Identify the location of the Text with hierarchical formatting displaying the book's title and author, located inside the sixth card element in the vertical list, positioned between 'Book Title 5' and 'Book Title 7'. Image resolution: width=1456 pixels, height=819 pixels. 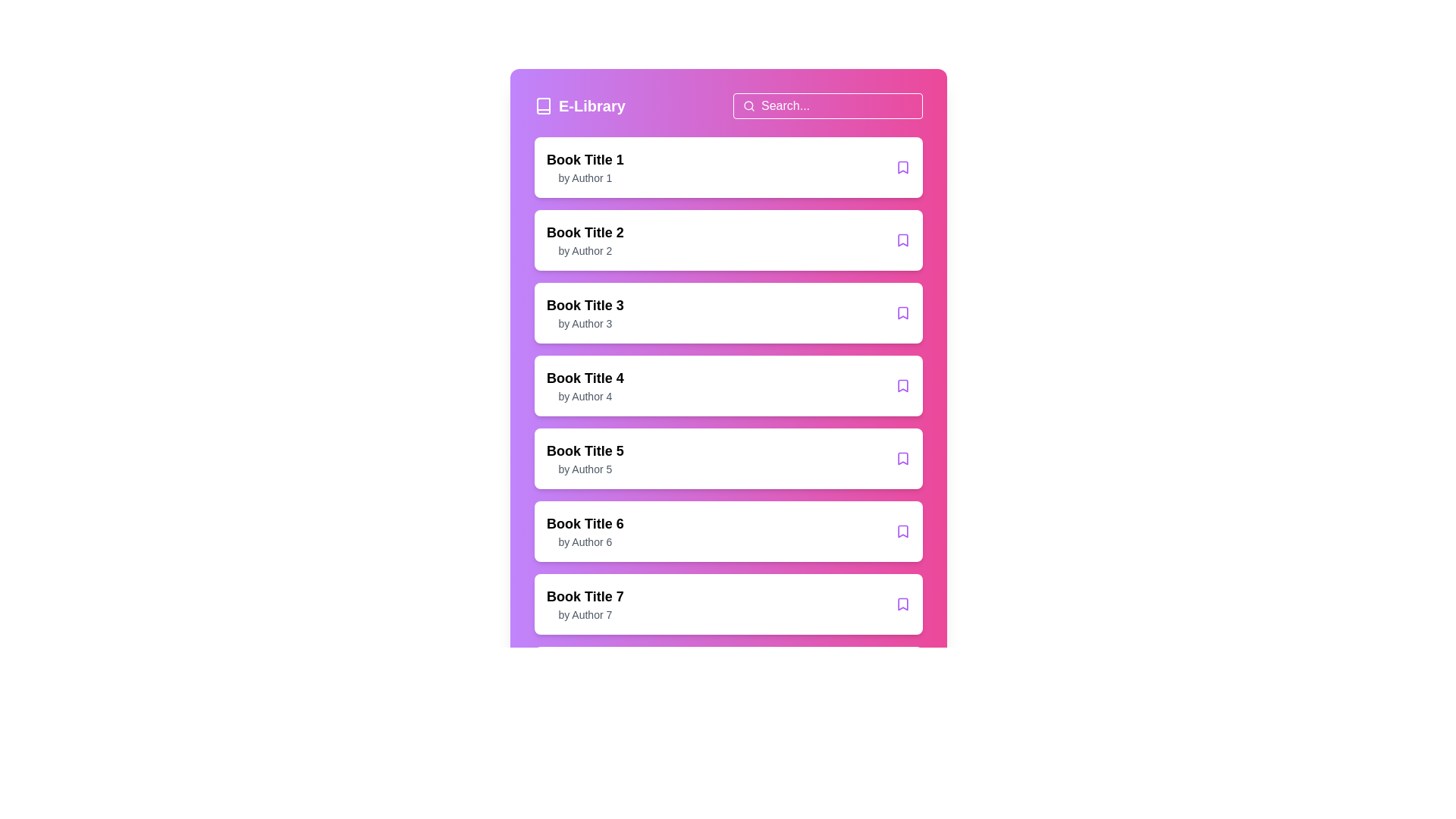
(584, 531).